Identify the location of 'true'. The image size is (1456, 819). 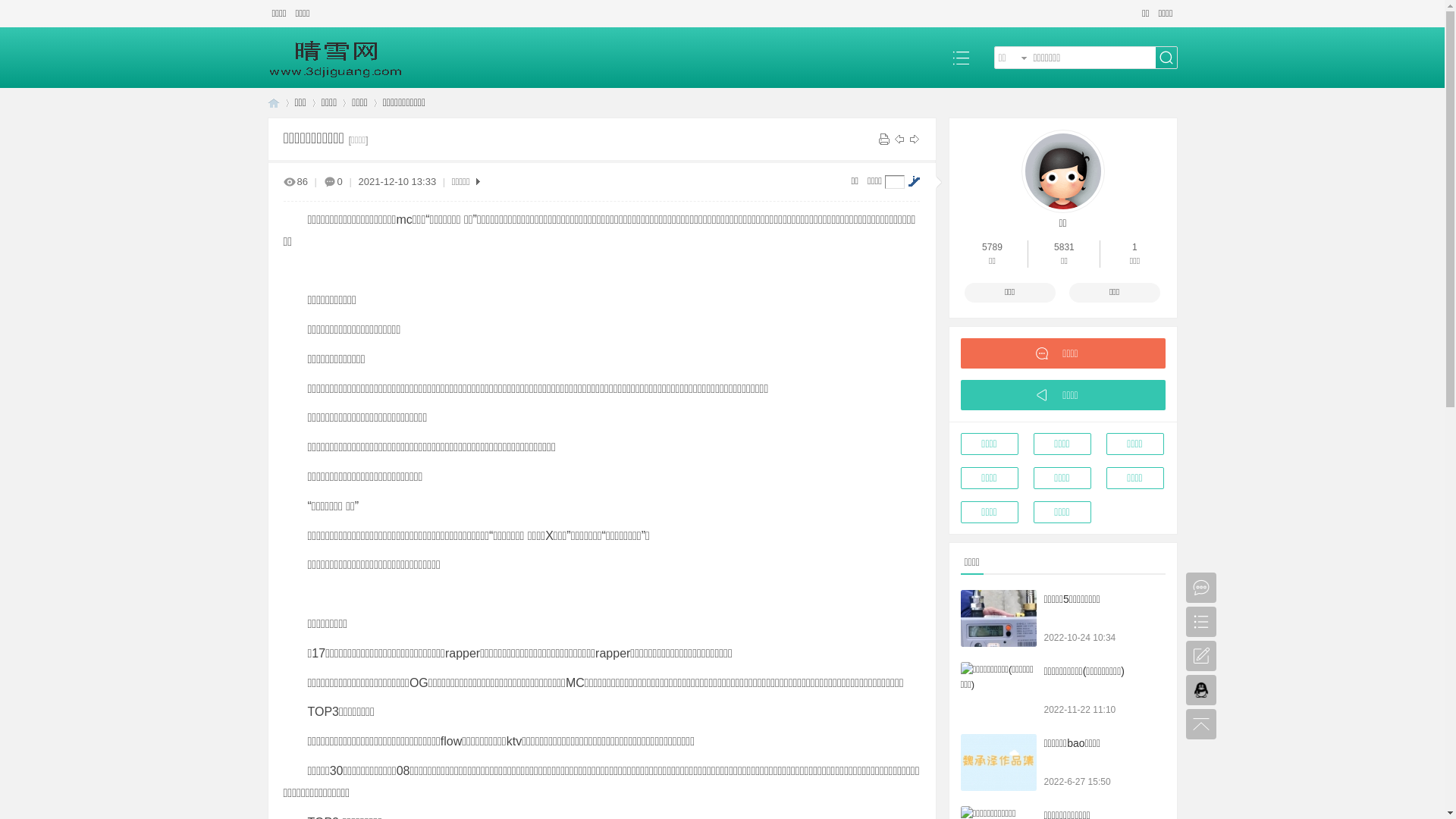
(1165, 56).